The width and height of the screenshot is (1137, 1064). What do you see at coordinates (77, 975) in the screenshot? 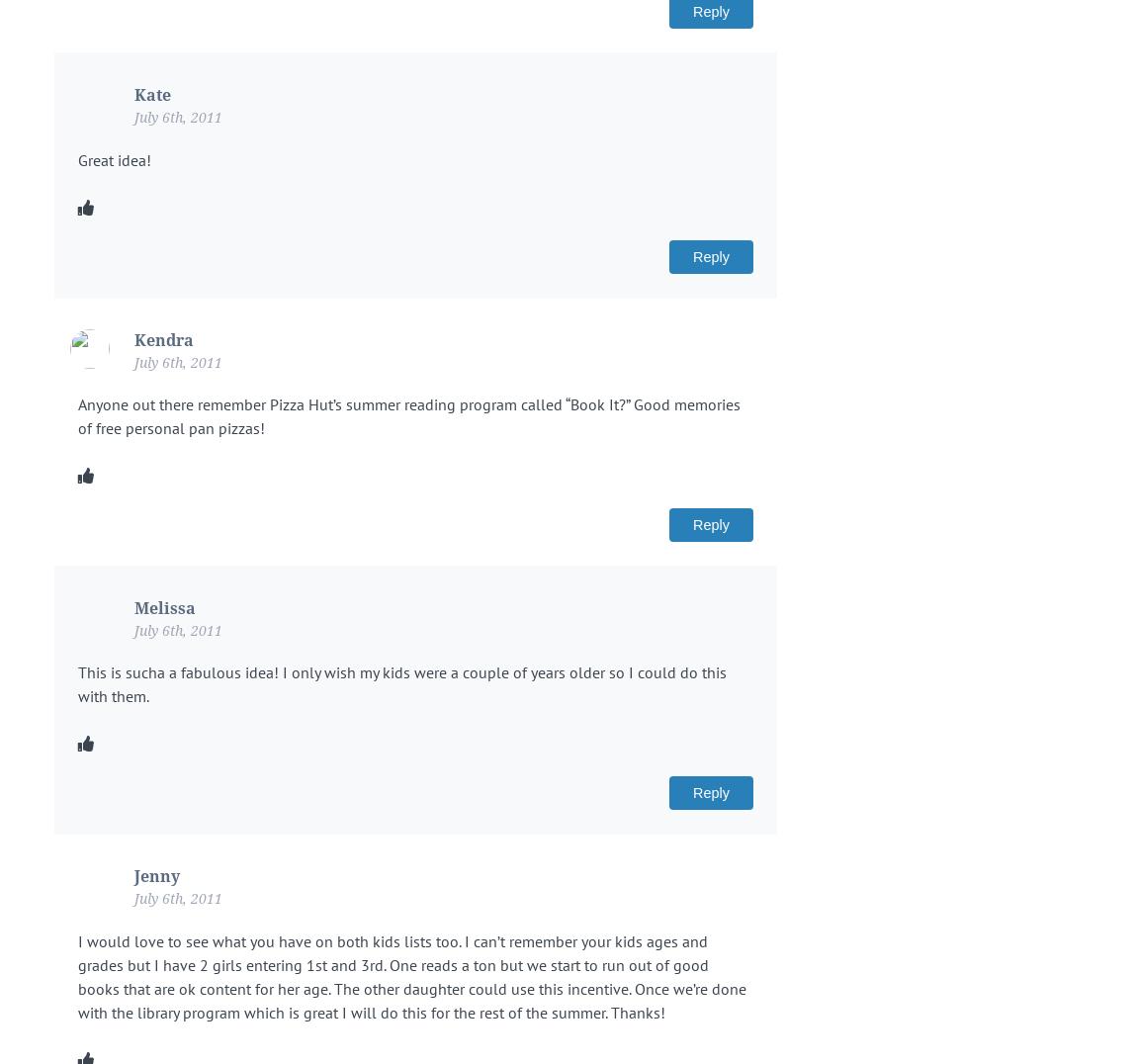
I see `'I would love to see what you have on both kids lists too. I can’t remember your kids ages and grades but I have 2 girls entering 1st and 3rd. One reads a ton but we start to run out of good books that are ok content for her age. The other daughter could use this incentive. Once we’re done with the library program which is great I will do this for the rest of the summer. Thanks!'` at bounding box center [77, 975].